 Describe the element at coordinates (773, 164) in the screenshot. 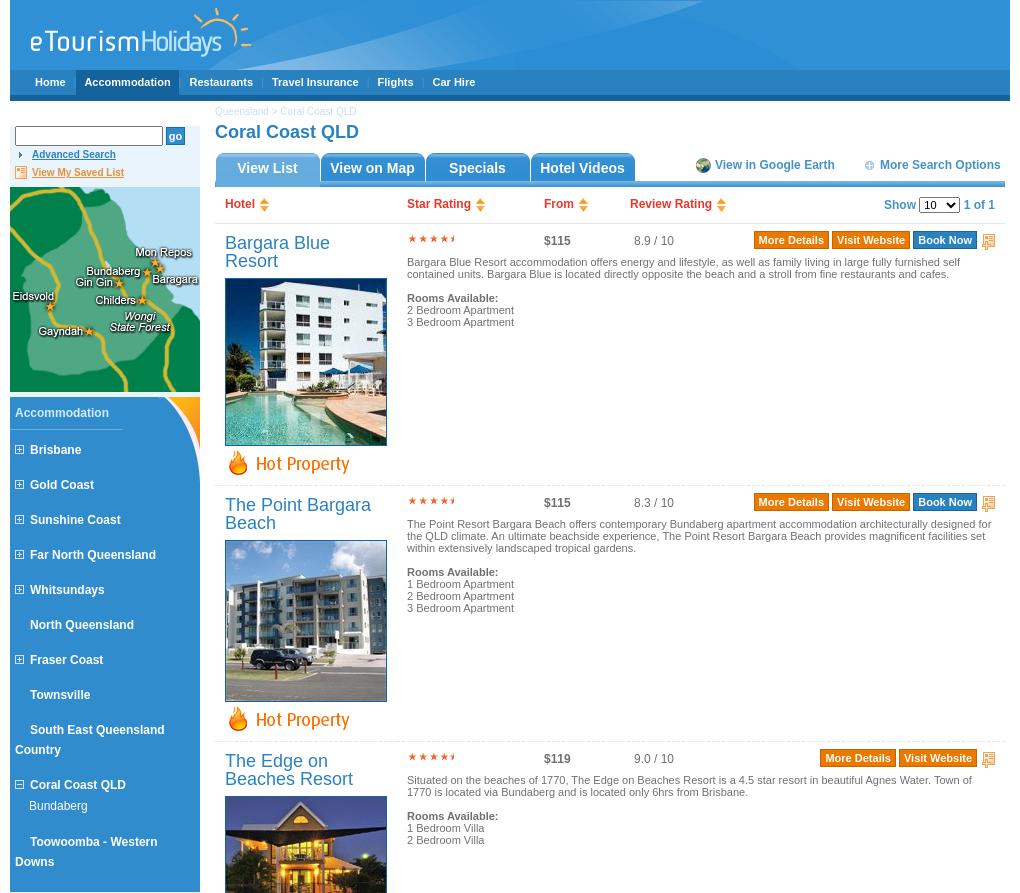

I see `'View in Google Earth'` at that location.